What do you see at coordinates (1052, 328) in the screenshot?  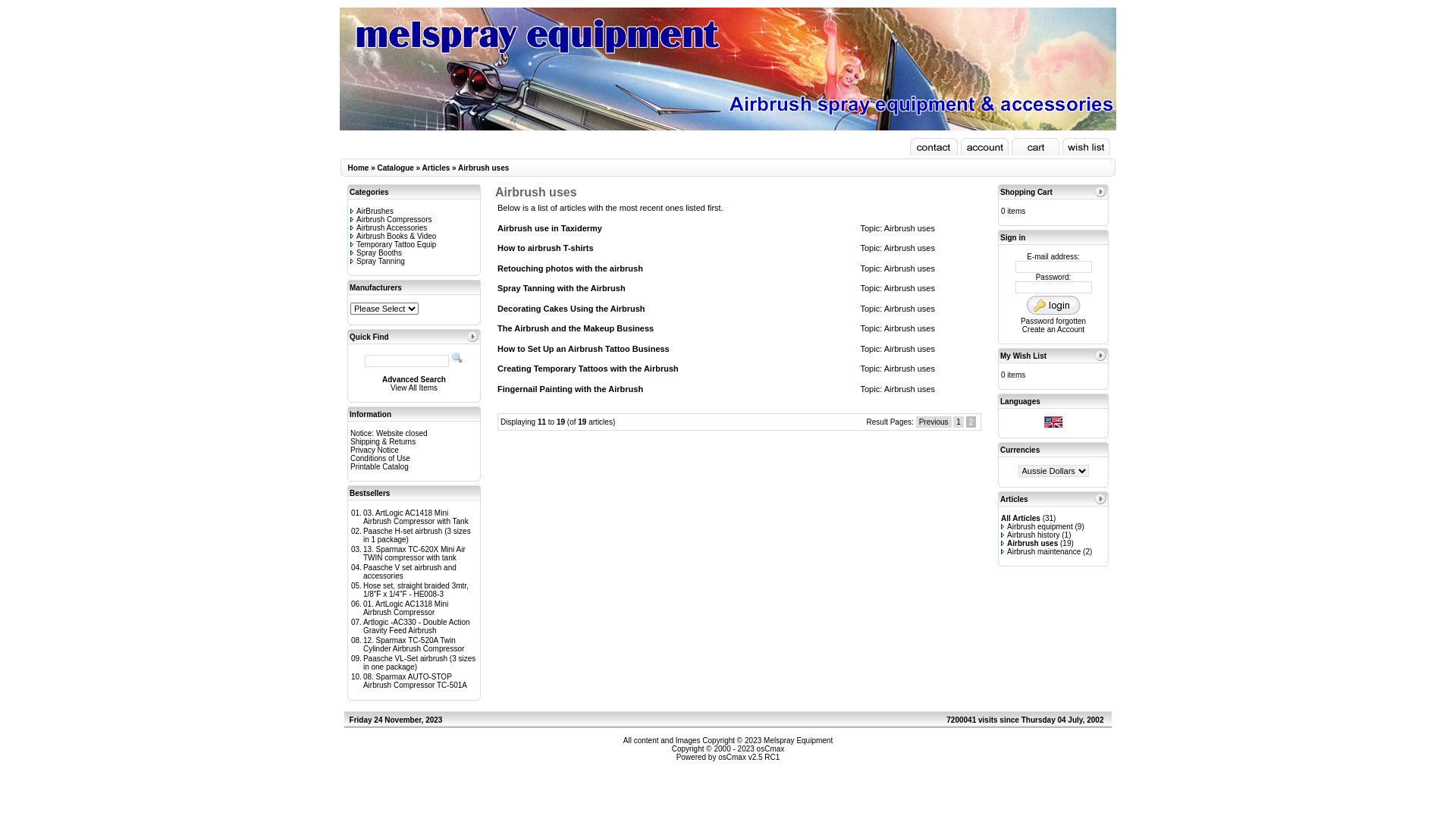 I see `'Create an Account'` at bounding box center [1052, 328].